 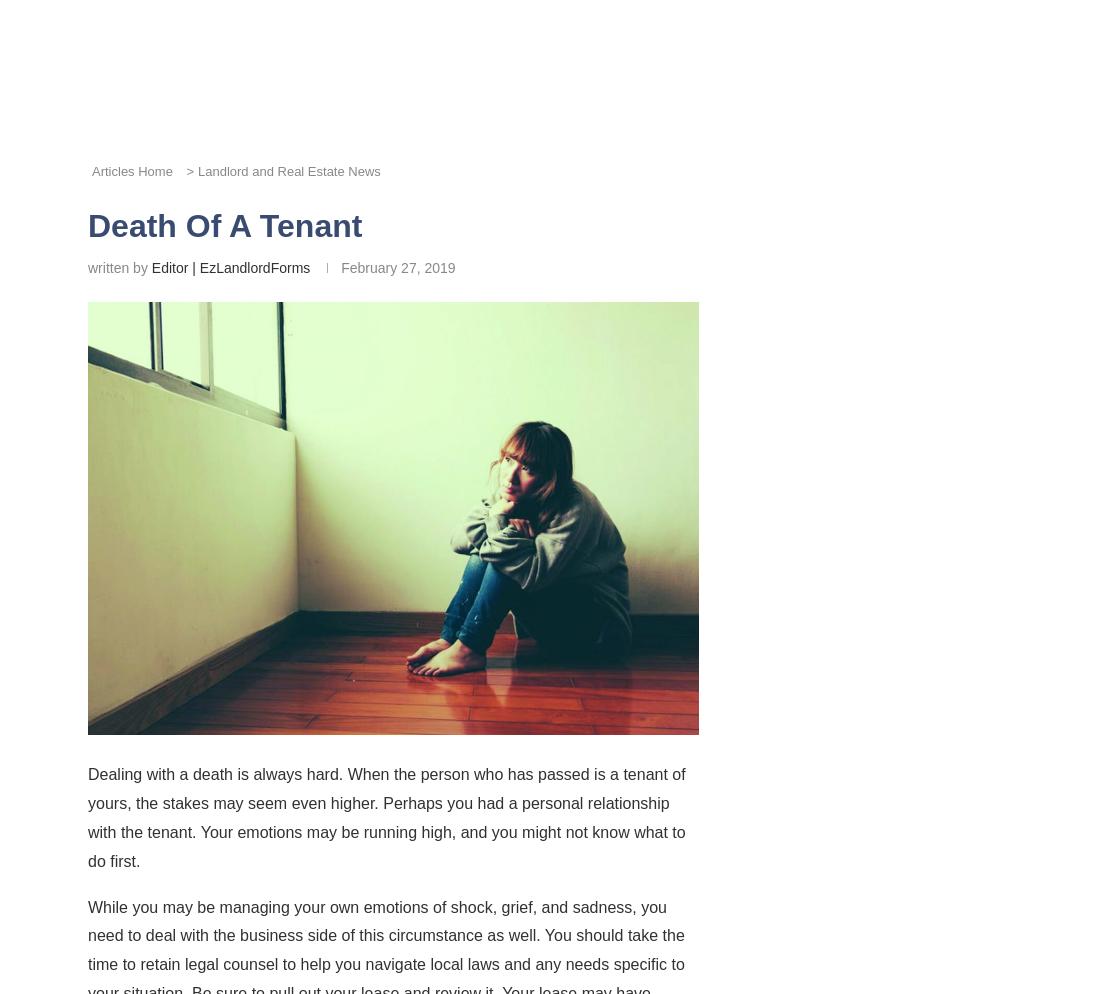 I want to click on 'Twitter', so click(x=479, y=579).